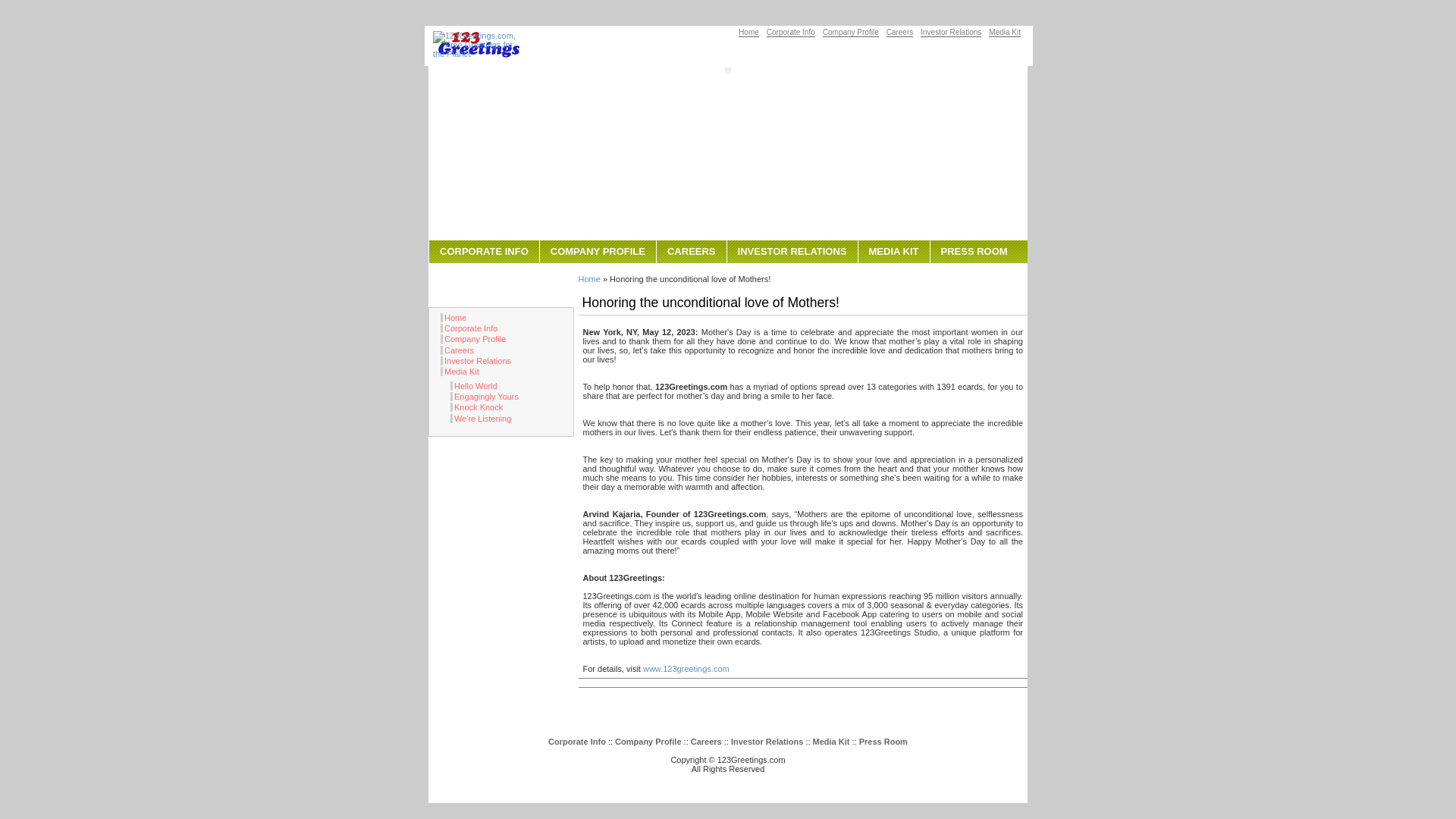 This screenshot has width=1456, height=819. I want to click on 'Home', so click(748, 32).